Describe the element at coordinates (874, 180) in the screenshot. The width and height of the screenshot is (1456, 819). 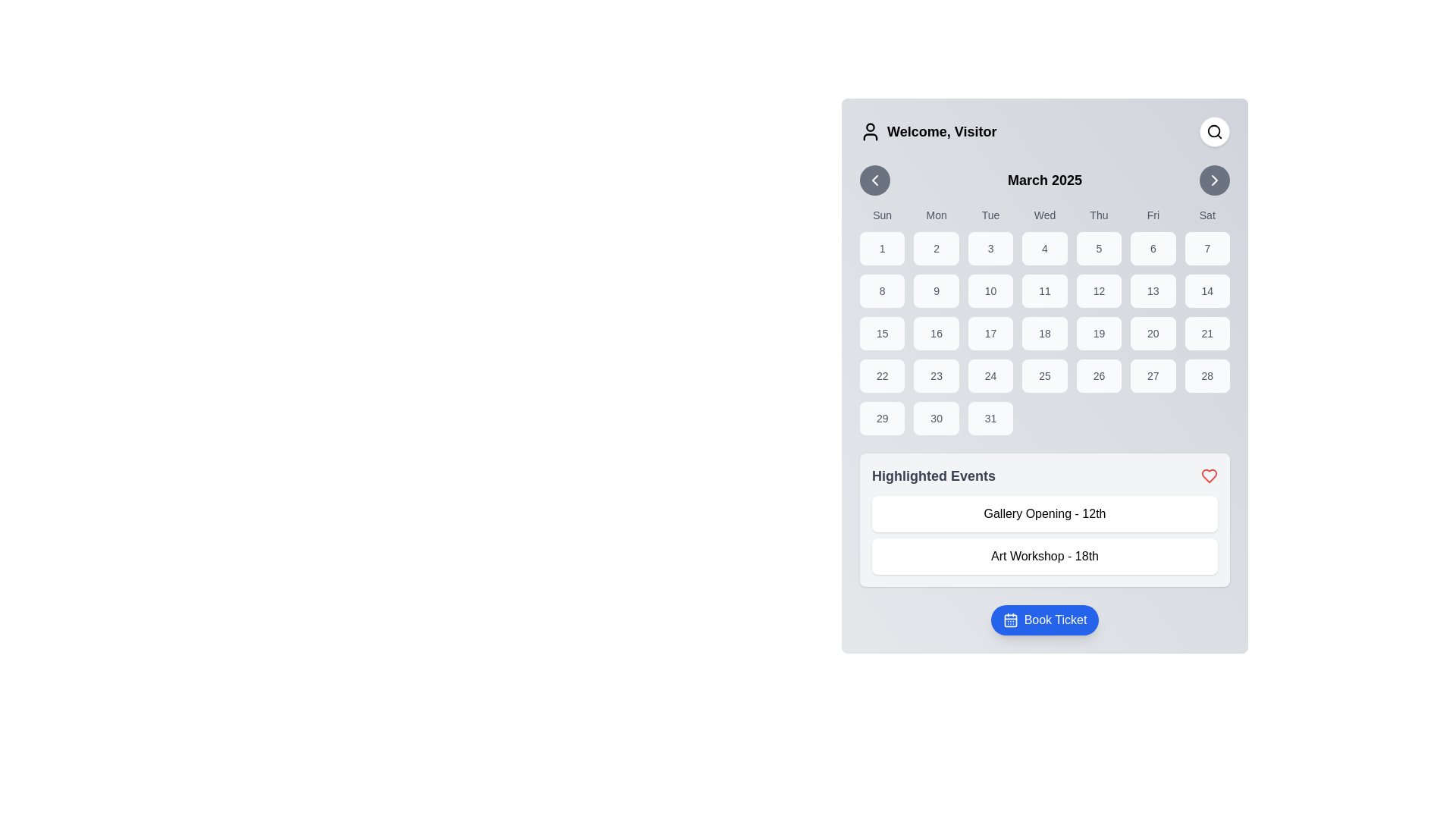
I see `the navigational arrow icon located in the header section, adjacent to the Welcome label` at that location.